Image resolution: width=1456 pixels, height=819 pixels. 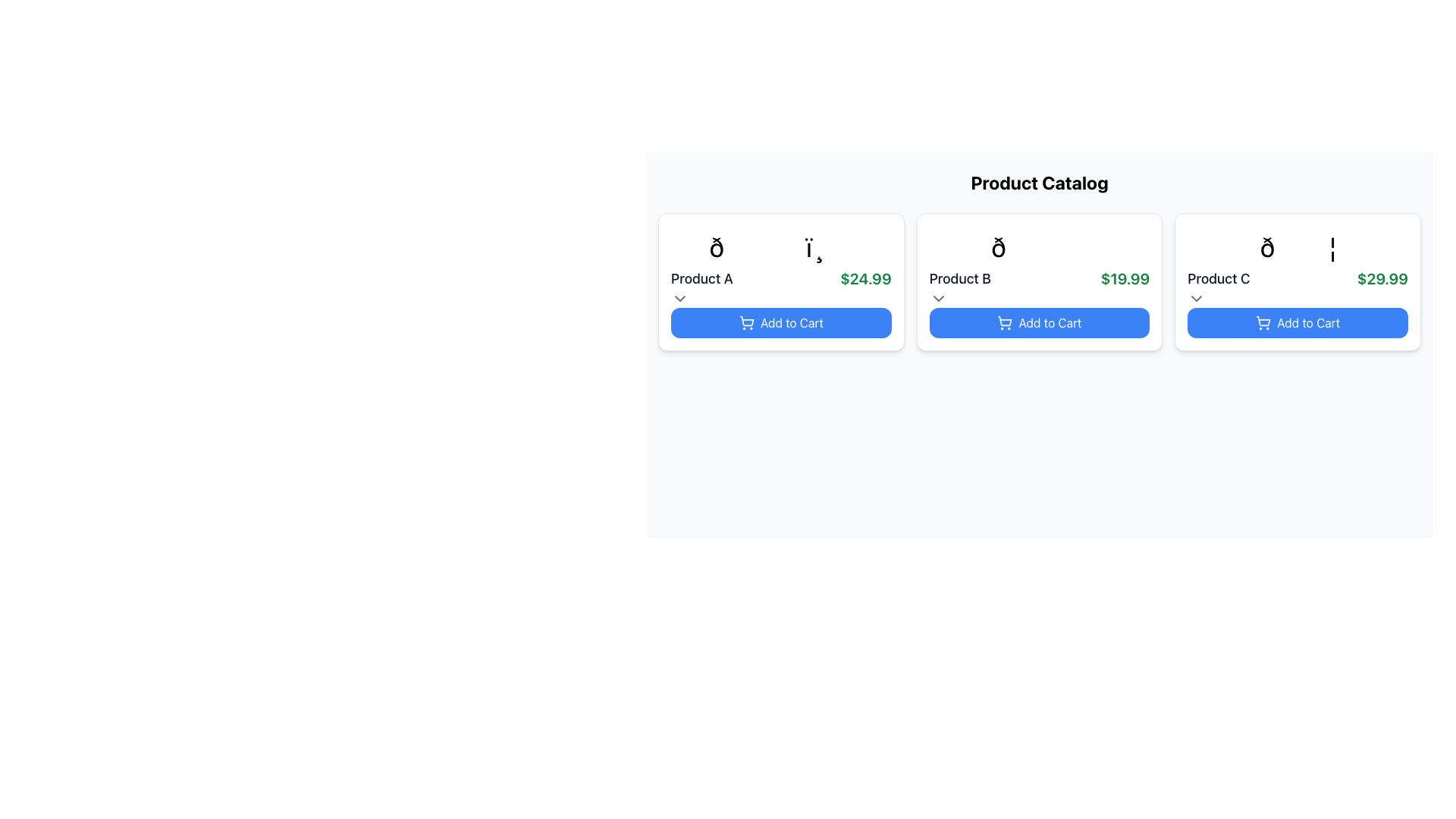 I want to click on the product card displaying information about 'Product B', which is located in the second column of a three-column grid layout between 'Product A' and 'Product C', so click(x=1039, y=281).